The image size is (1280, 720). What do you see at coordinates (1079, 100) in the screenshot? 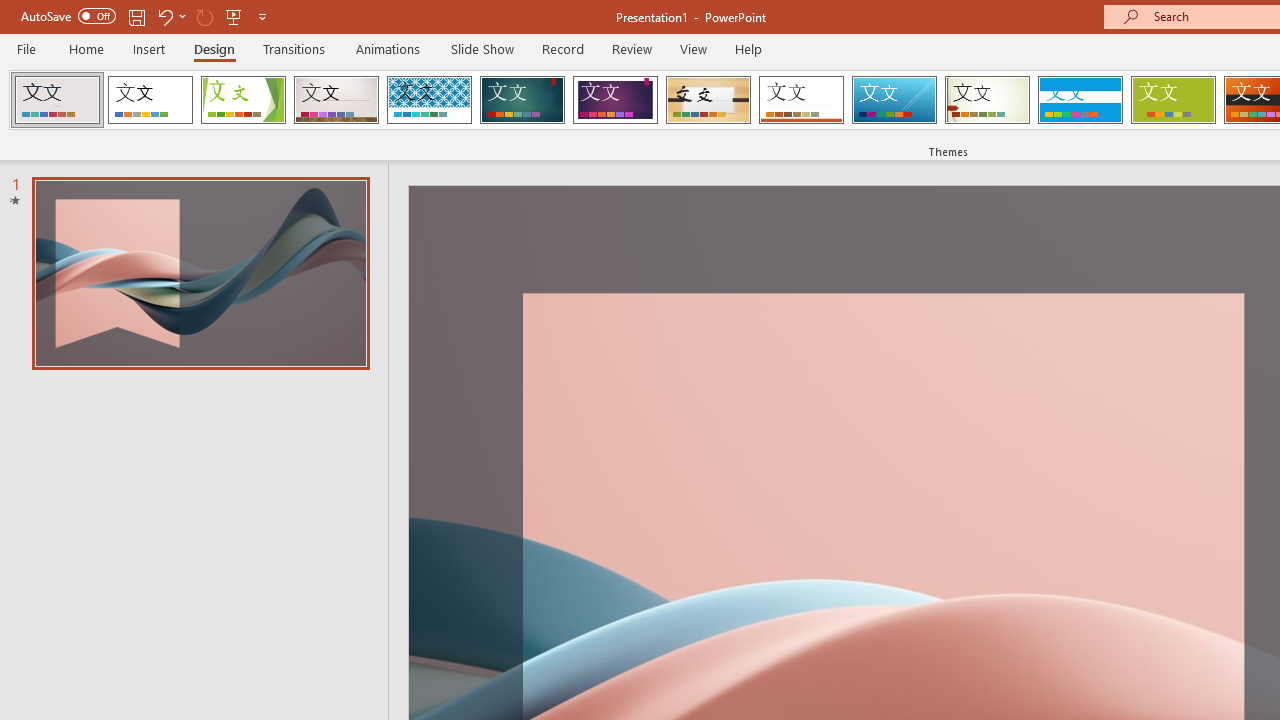
I see `'Banded'` at bounding box center [1079, 100].